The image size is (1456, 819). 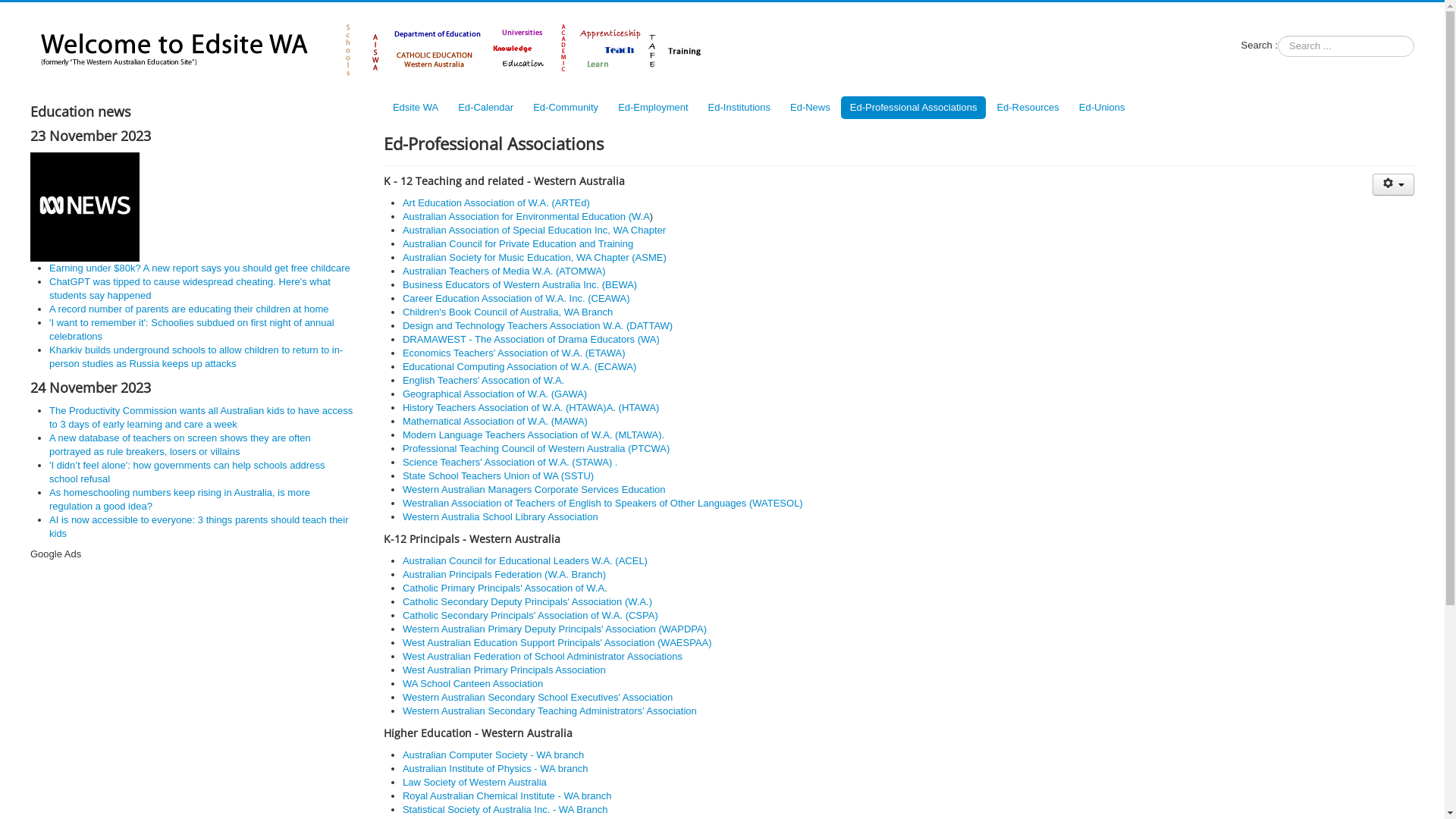 I want to click on 'State School Teachers Union of WA (SSTU)', so click(x=498, y=475).